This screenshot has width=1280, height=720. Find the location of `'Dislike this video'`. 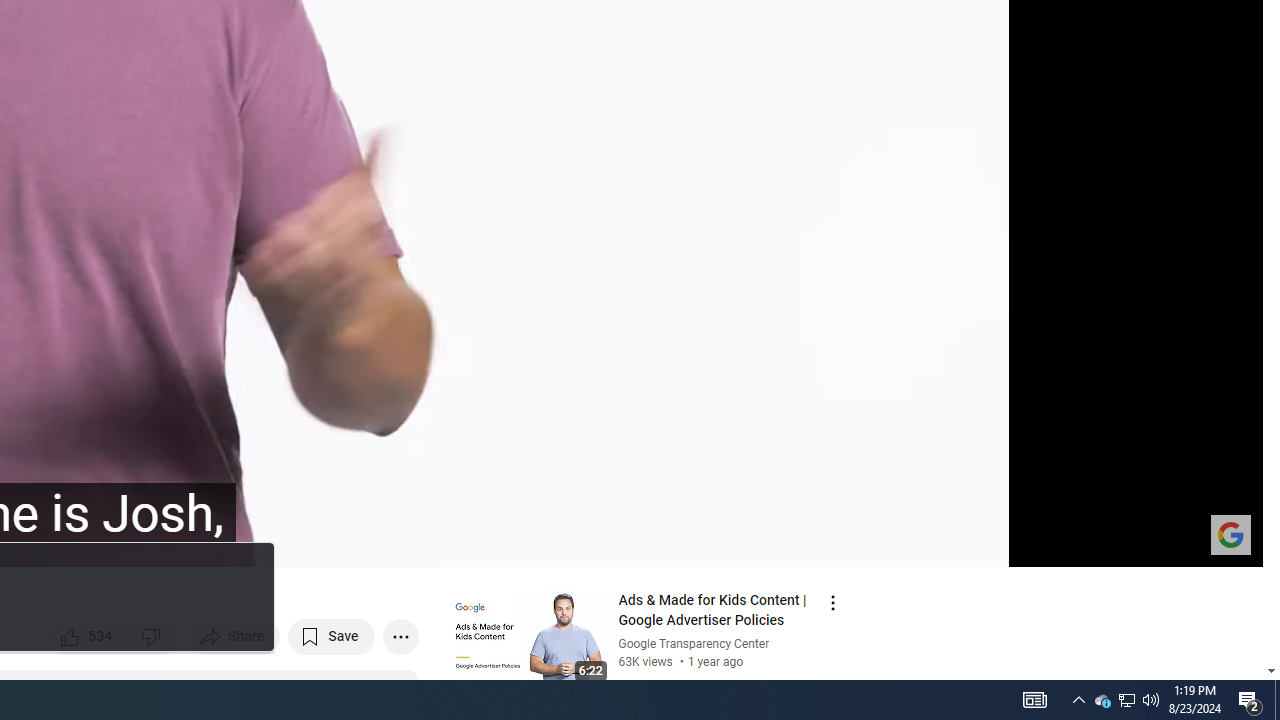

'Dislike this video' is located at coordinates (153, 636).